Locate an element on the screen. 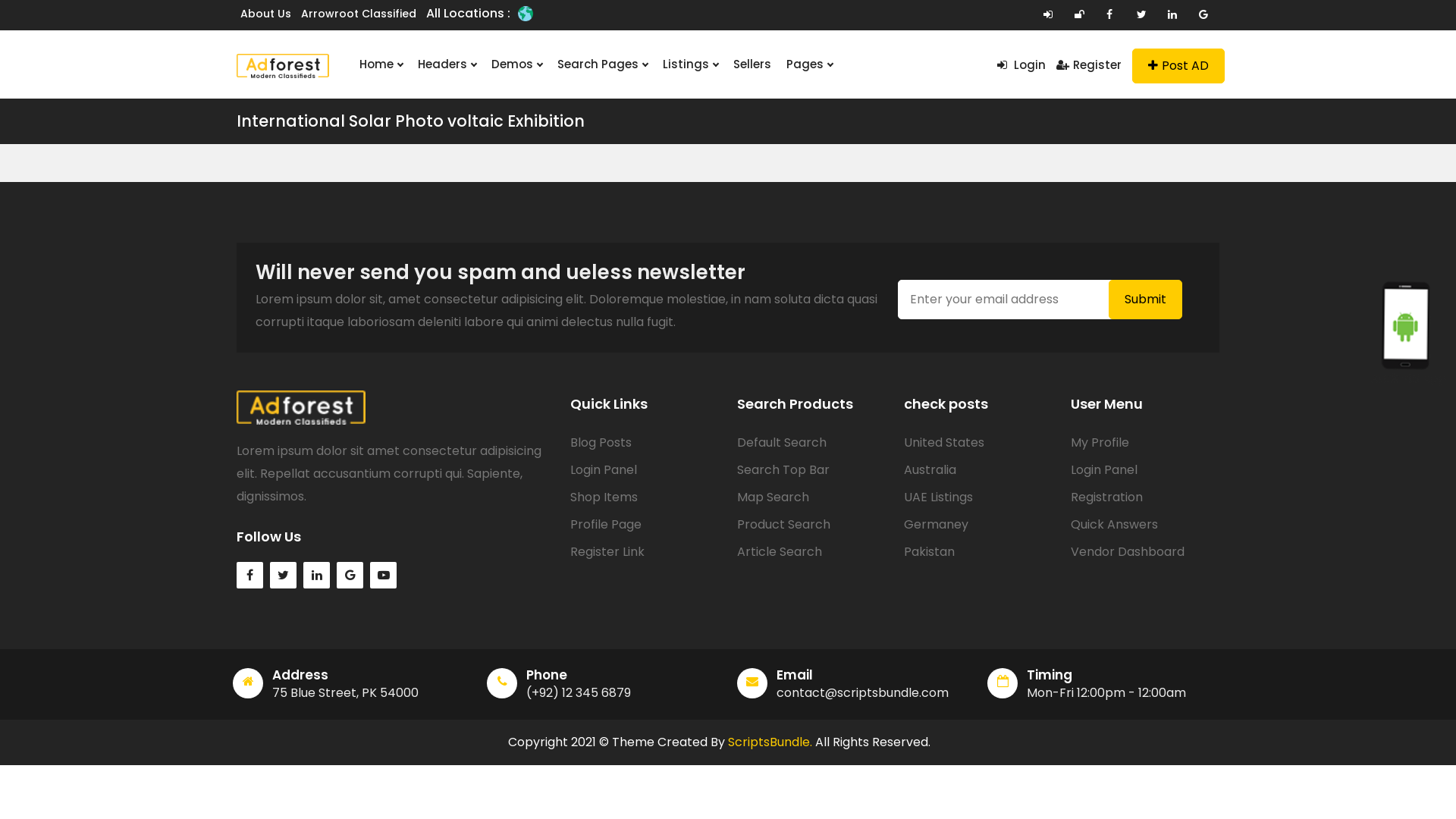  'Default Search' is located at coordinates (736, 442).